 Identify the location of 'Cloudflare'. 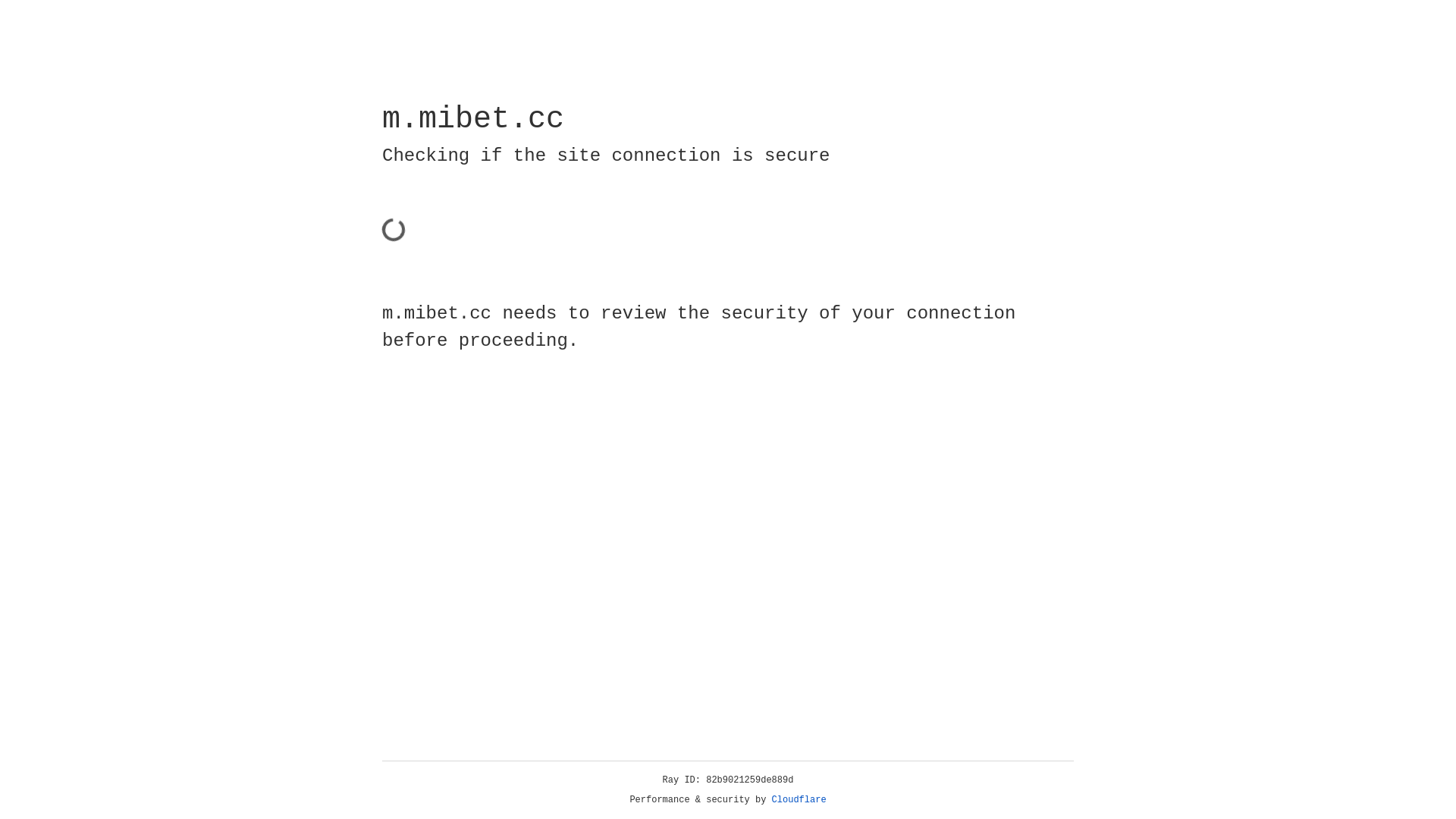
(799, 799).